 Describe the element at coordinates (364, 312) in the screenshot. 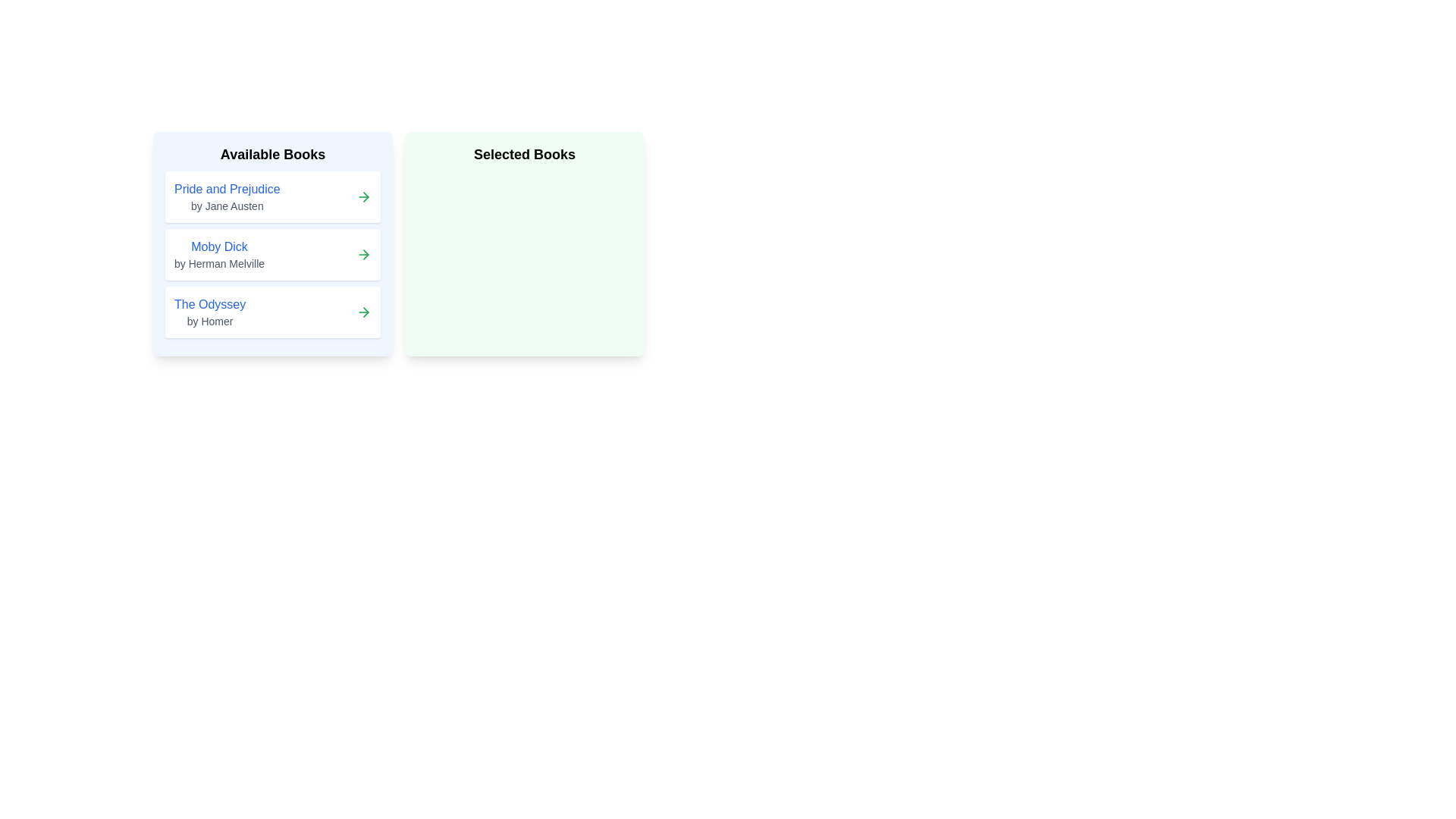

I see `the green rightward arrow icon button located at the far right of the panel displaying 'The Odyssey by Homer'` at that location.